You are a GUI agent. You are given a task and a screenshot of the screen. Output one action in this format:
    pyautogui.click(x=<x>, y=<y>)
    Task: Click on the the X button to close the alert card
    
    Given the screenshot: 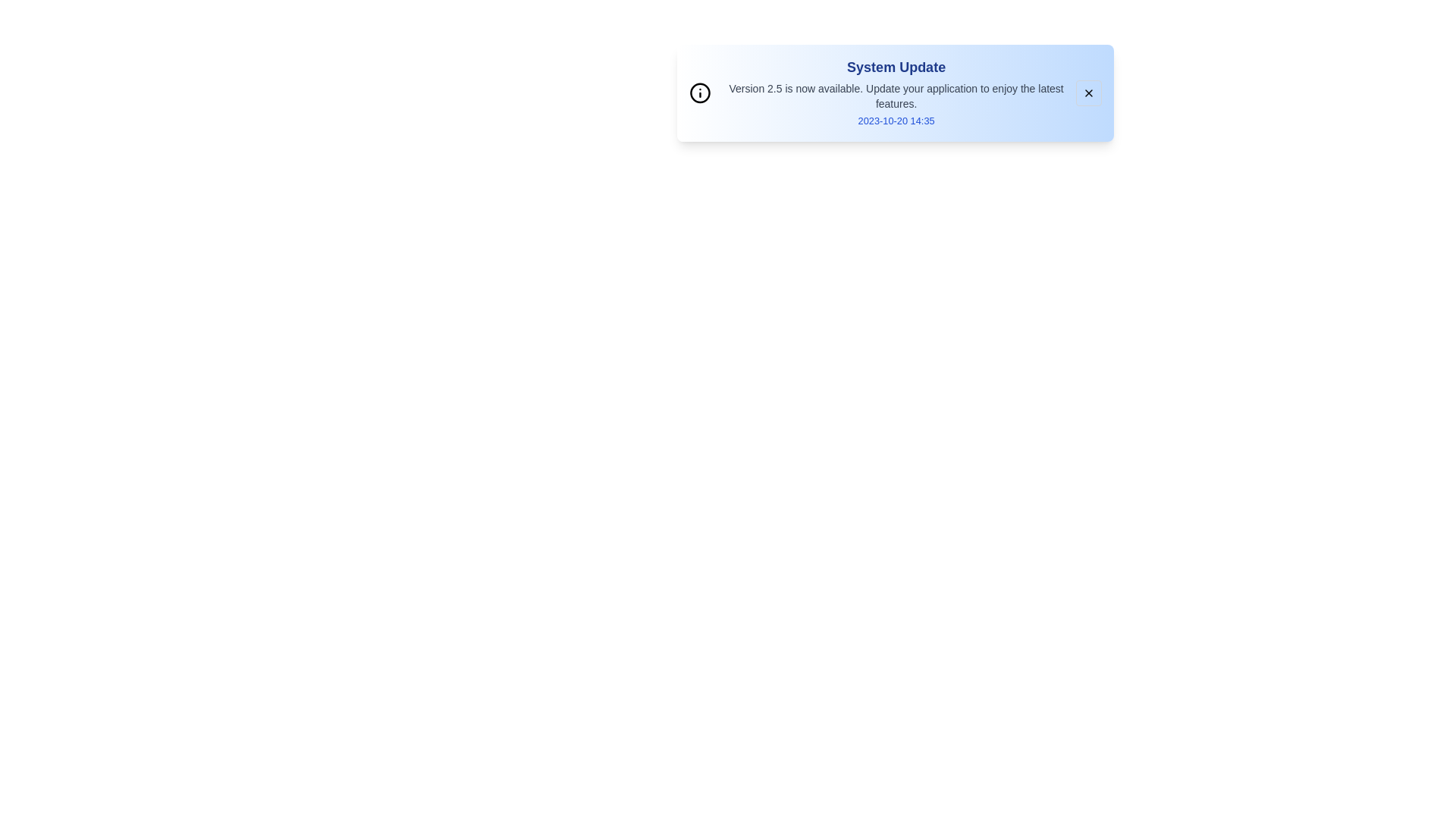 What is the action you would take?
    pyautogui.click(x=1087, y=93)
    